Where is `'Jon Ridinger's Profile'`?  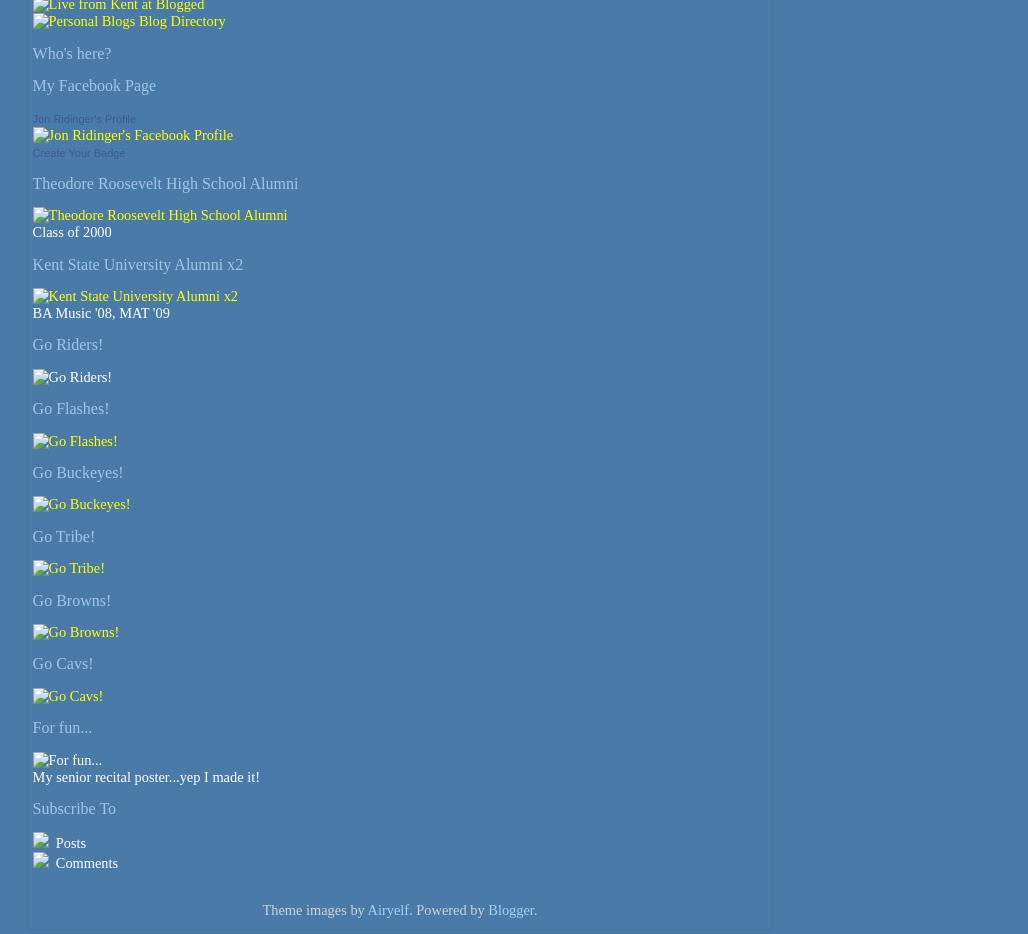
'Jon Ridinger's Profile' is located at coordinates (82, 116).